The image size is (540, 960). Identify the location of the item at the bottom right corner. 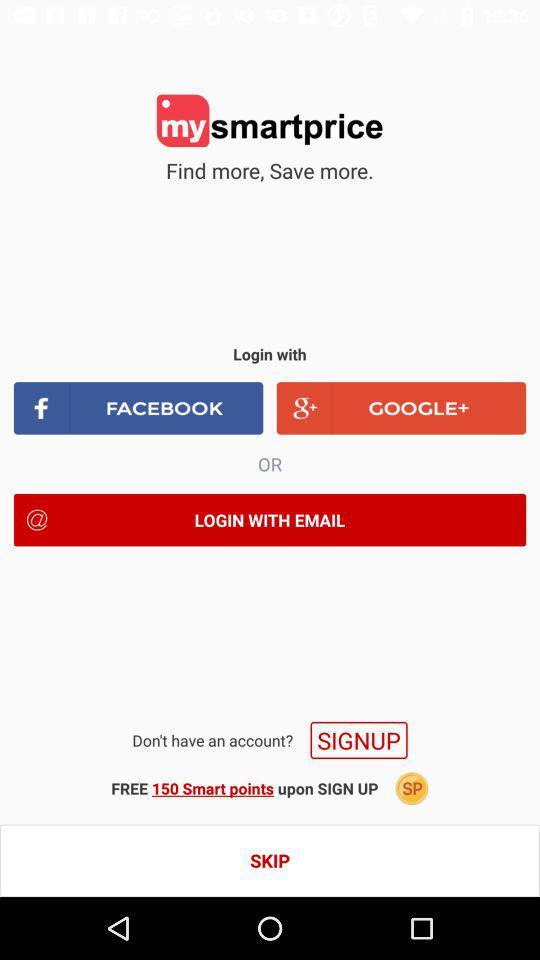
(411, 788).